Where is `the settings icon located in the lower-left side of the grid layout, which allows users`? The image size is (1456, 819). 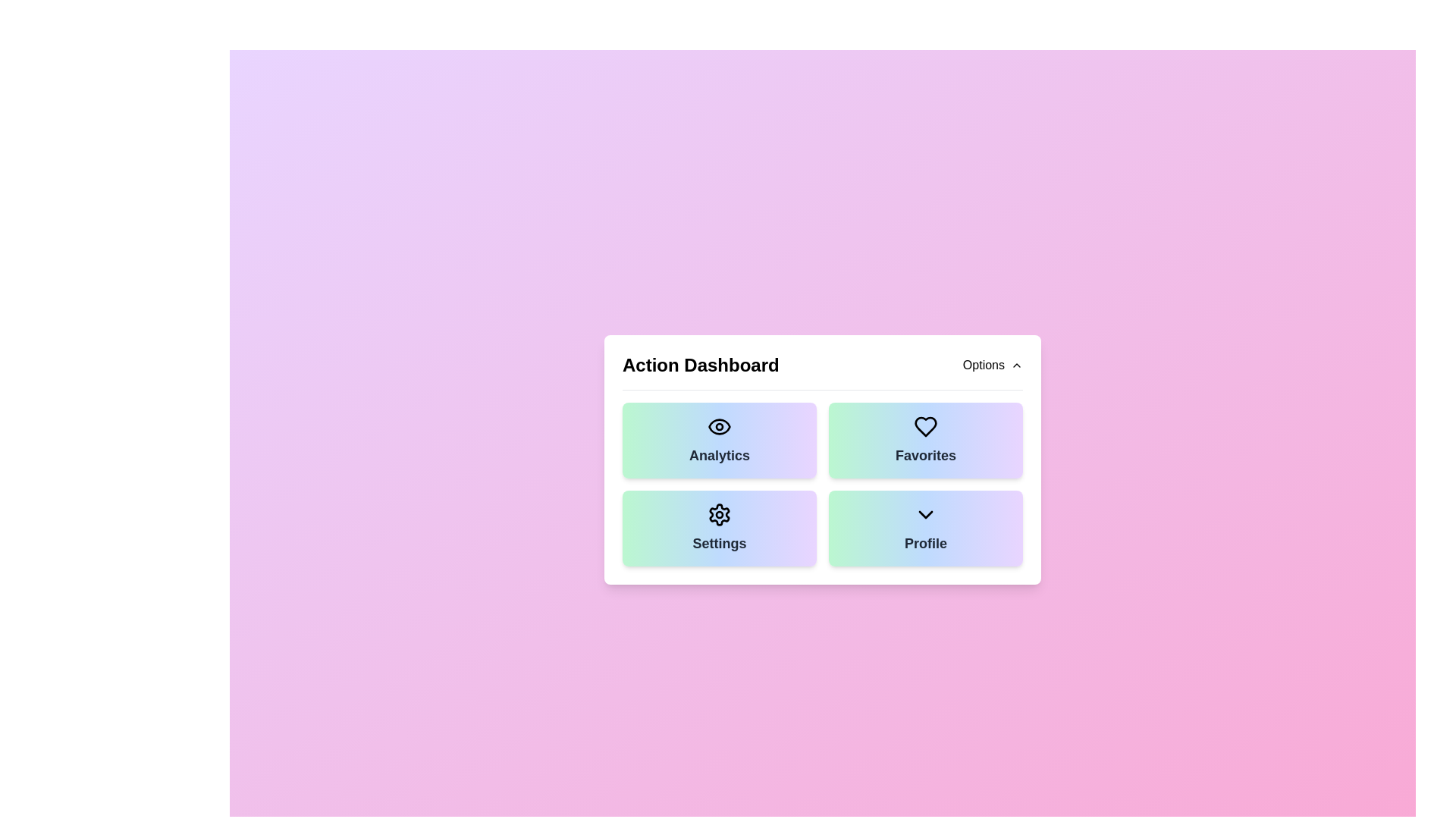
the settings icon located in the lower-left side of the grid layout, which allows users is located at coordinates (719, 513).